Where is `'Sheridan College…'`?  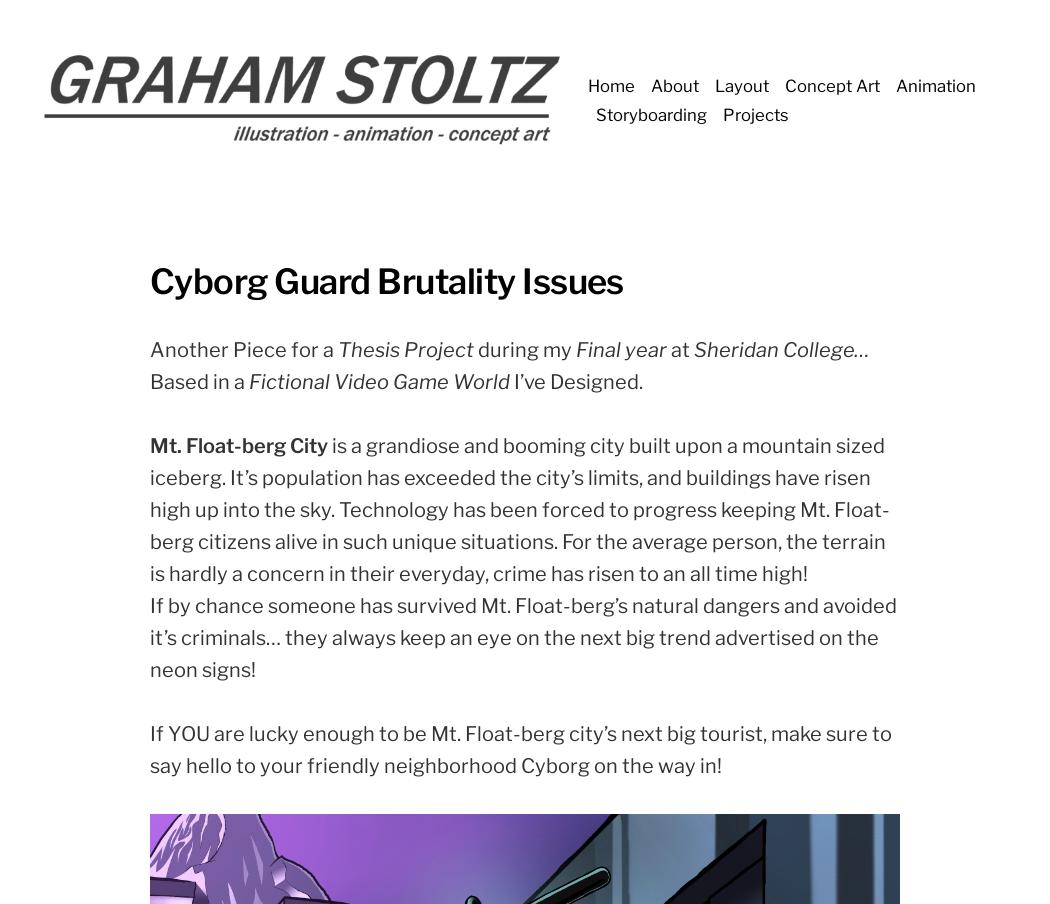 'Sheridan College…' is located at coordinates (782, 348).